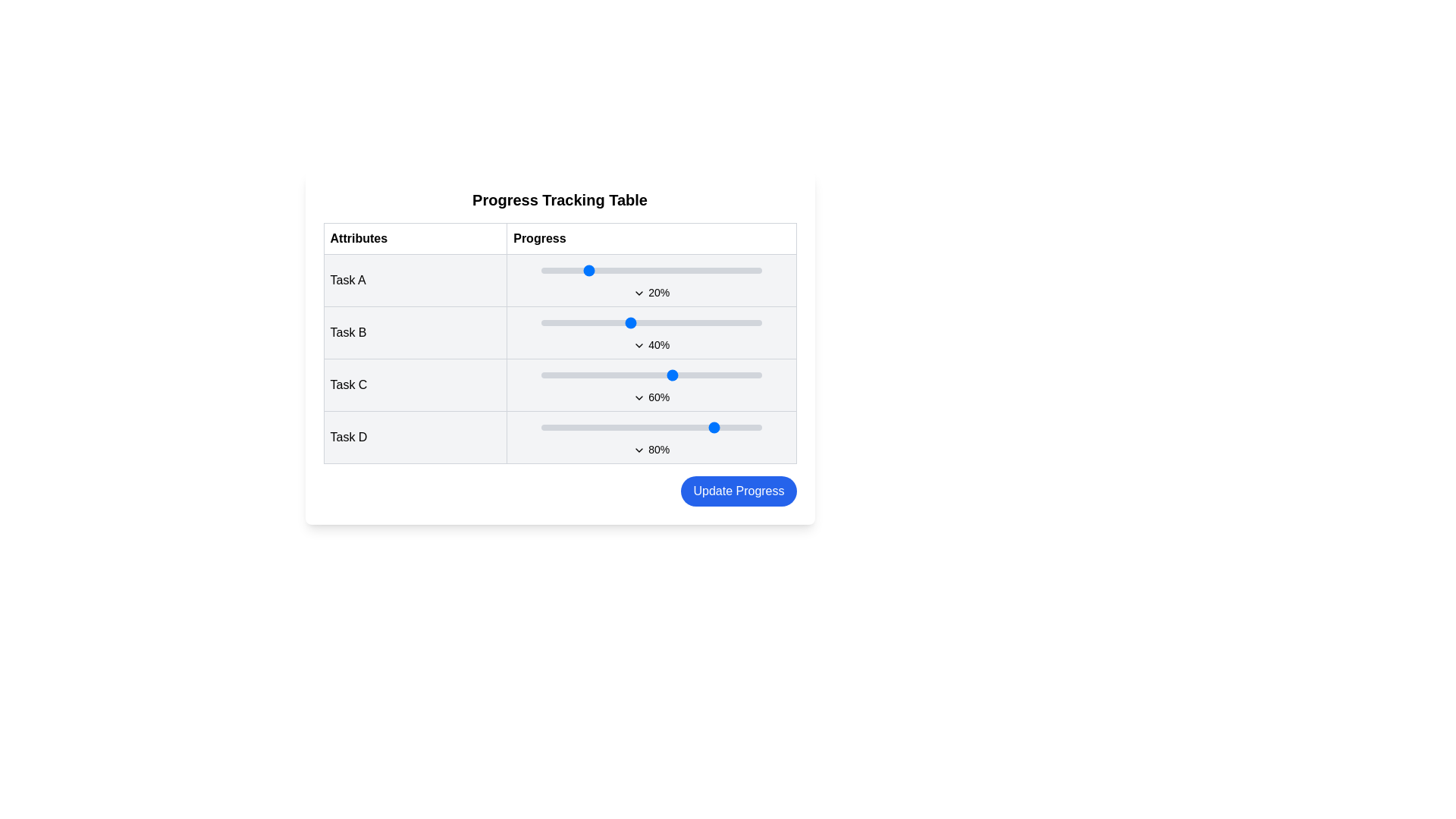  Describe the element at coordinates (620, 427) in the screenshot. I see `task progress` at that location.